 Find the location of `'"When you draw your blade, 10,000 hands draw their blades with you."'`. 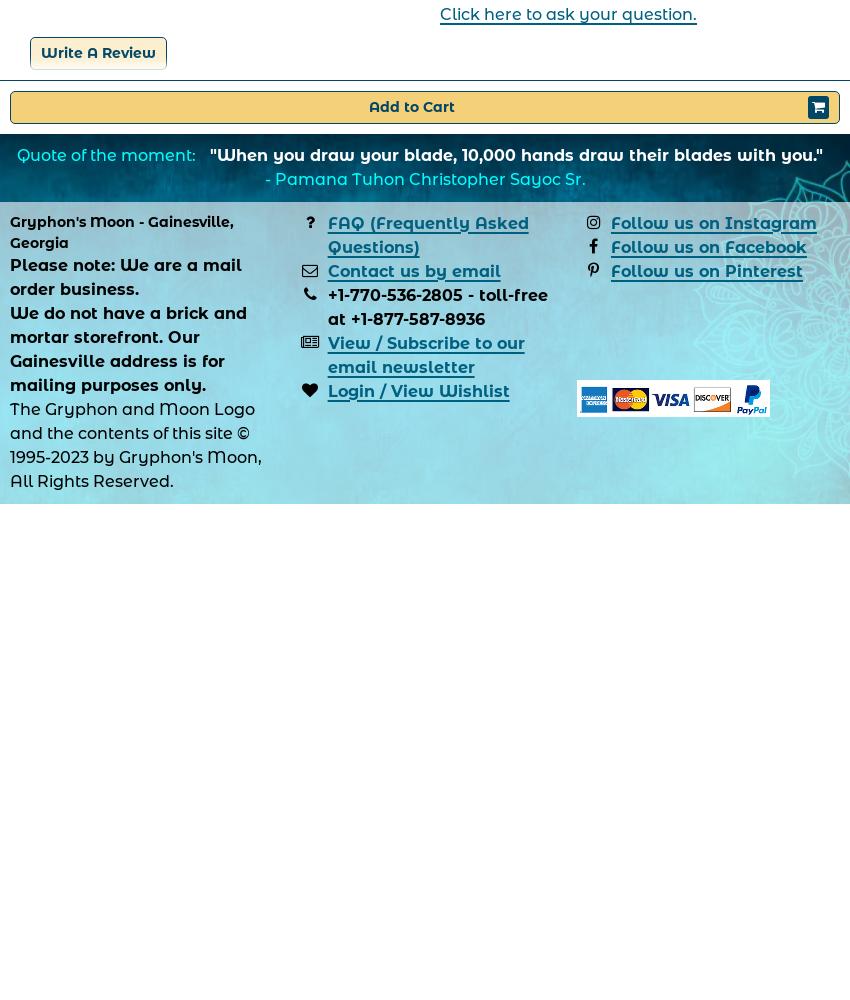

'"When you draw your blade, 10,000 hands draw their blades with you."' is located at coordinates (209, 154).